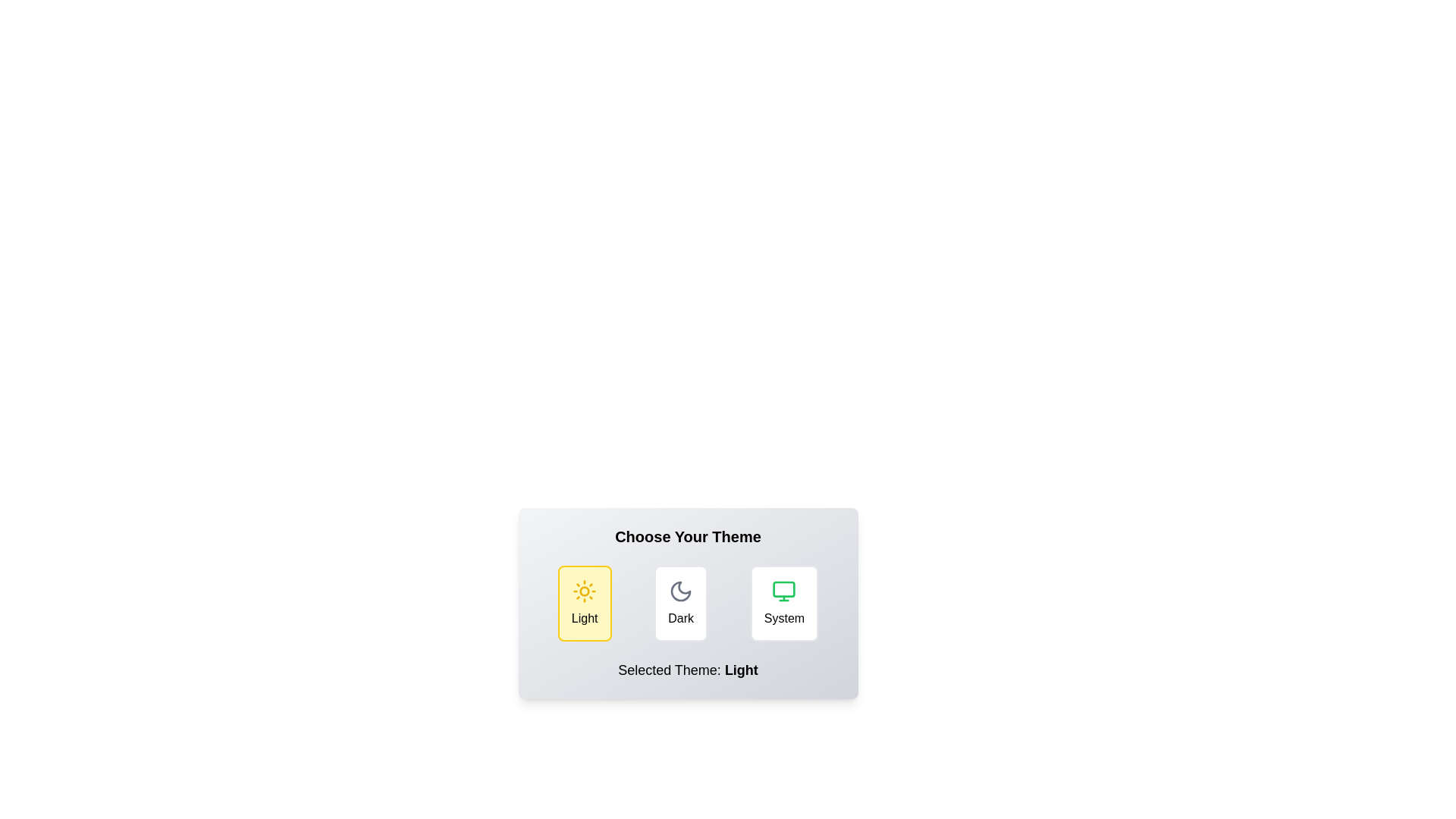 This screenshot has width=1456, height=819. Describe the element at coordinates (679, 602) in the screenshot. I see `the theme by clicking on the corresponding button for Dark` at that location.